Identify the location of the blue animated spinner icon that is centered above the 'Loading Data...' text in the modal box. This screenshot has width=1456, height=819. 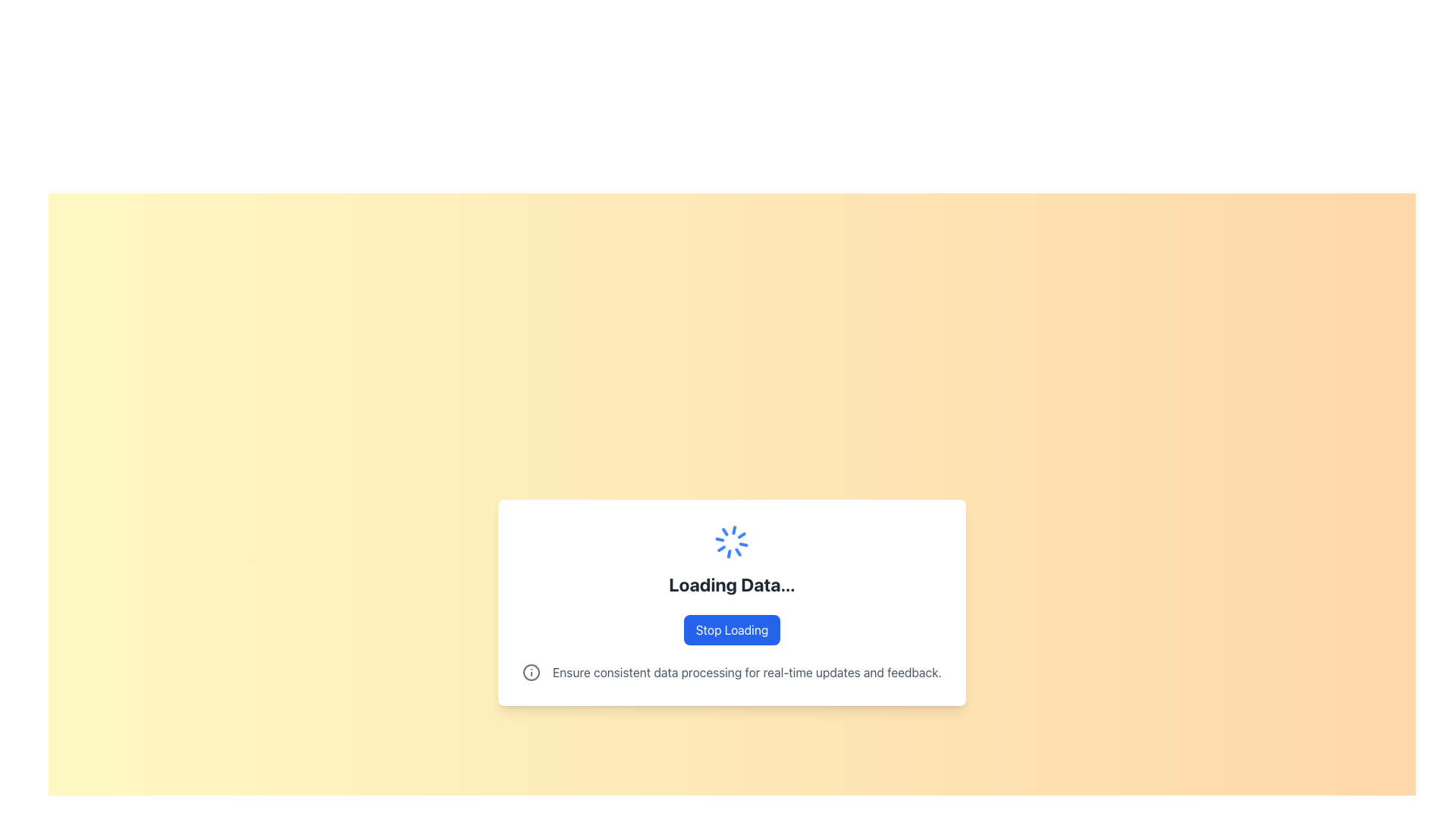
(732, 541).